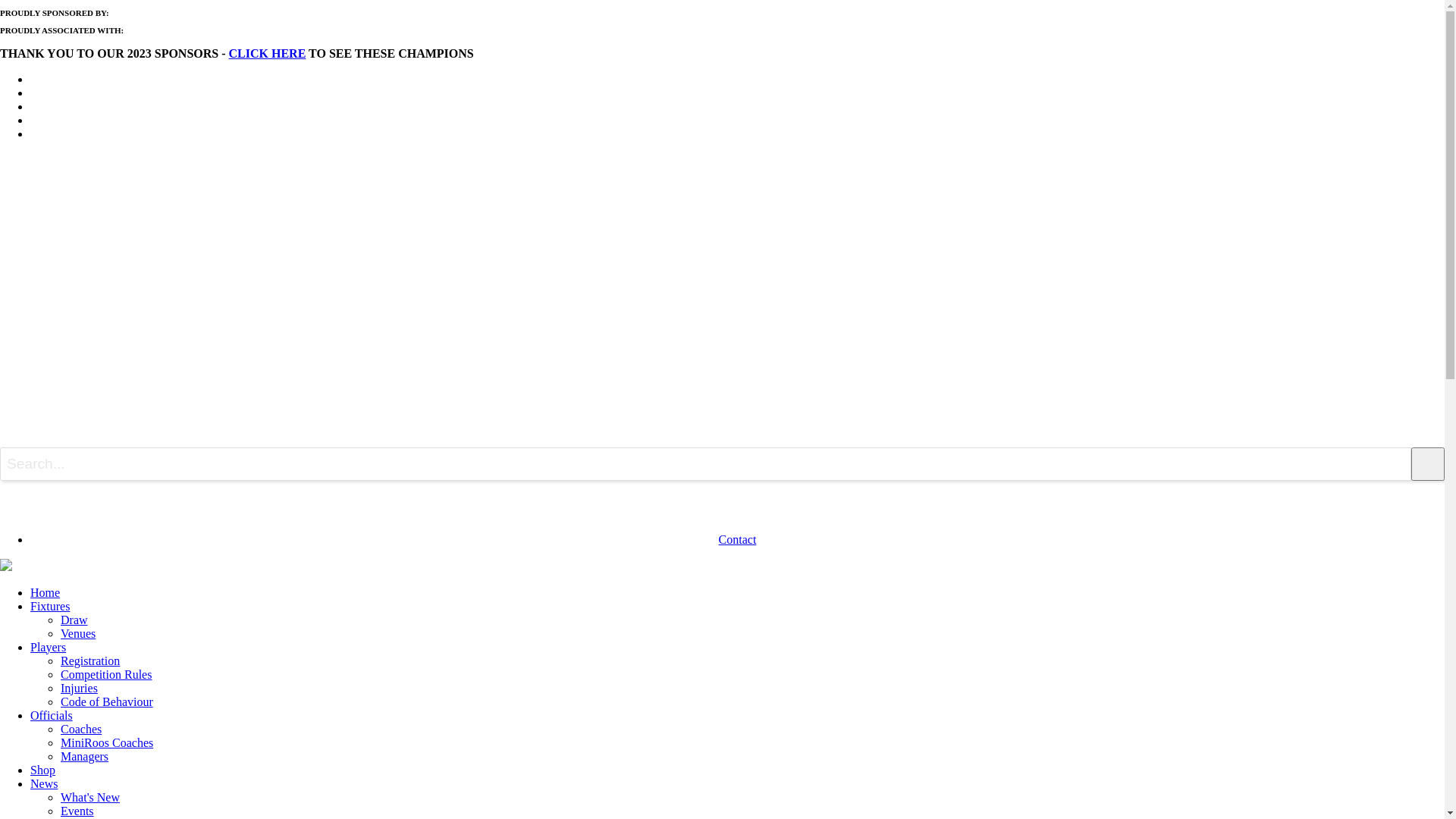  What do you see at coordinates (105, 742) in the screenshot?
I see `'MiniRoos Coaches'` at bounding box center [105, 742].